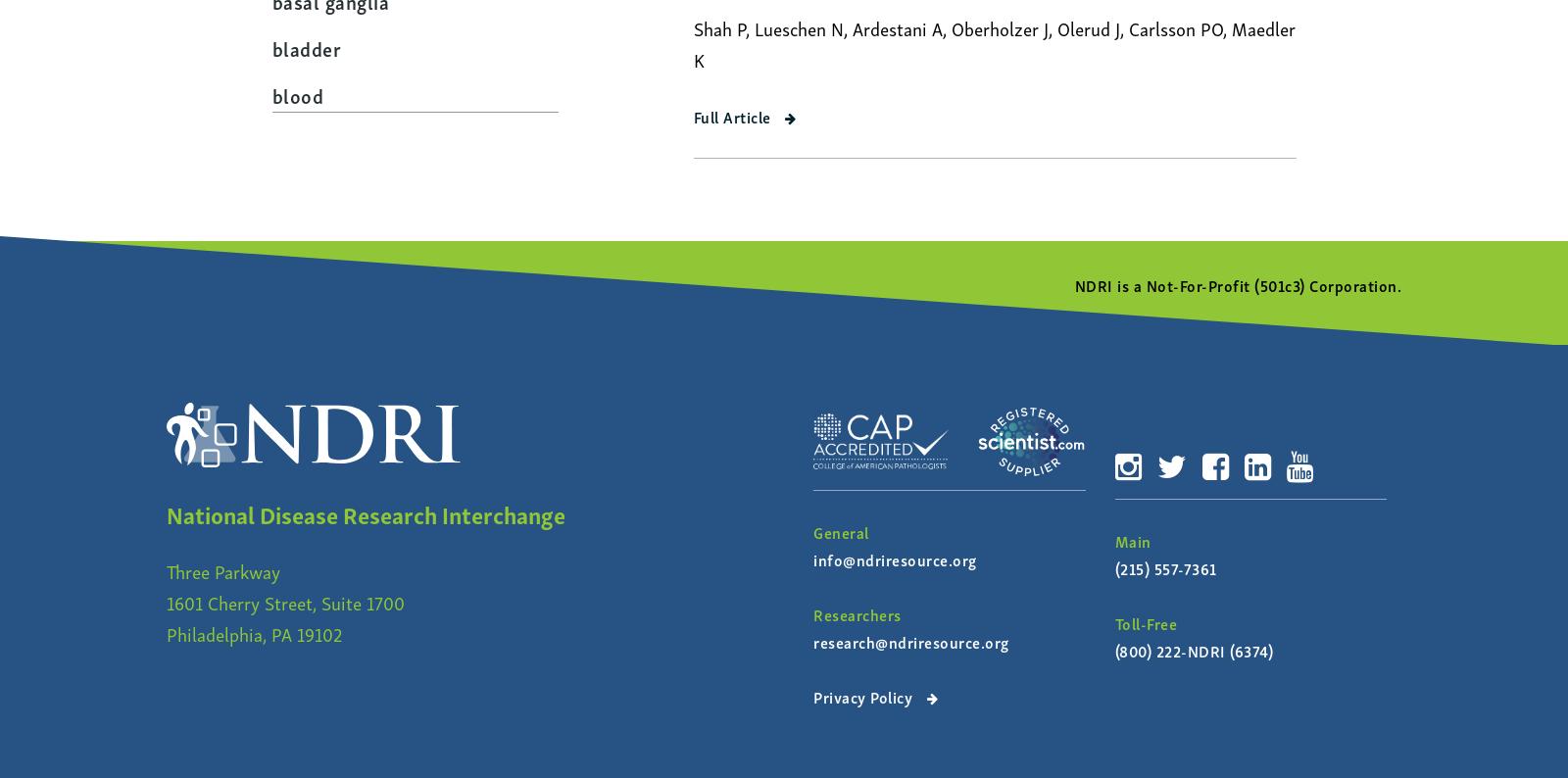 The width and height of the screenshot is (1568, 778). Describe the element at coordinates (294, 186) in the screenshot. I see `'brain'` at that location.